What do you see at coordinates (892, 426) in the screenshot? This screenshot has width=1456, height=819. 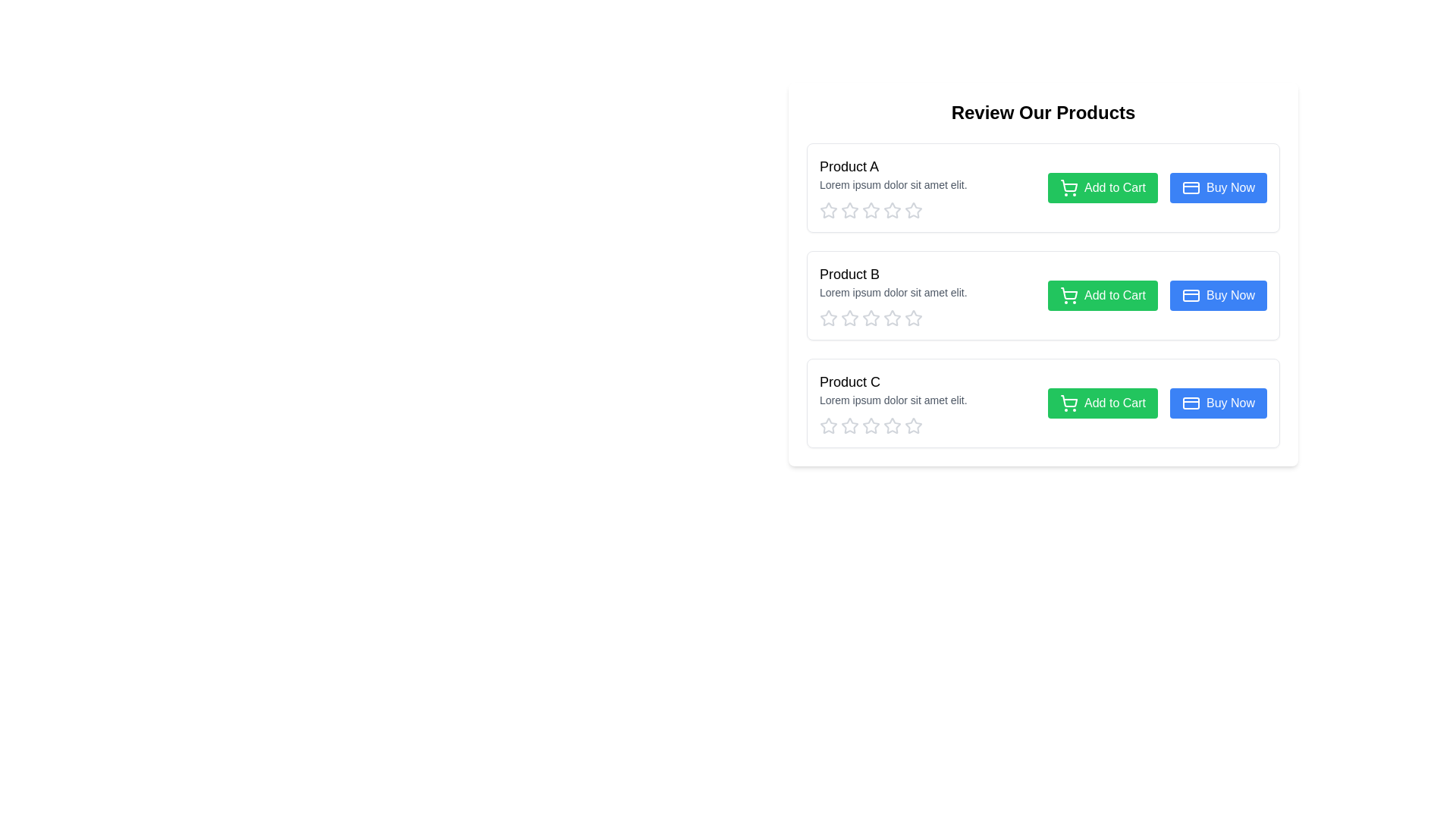 I see `the sixth star icon in the rating section of Product C` at bounding box center [892, 426].